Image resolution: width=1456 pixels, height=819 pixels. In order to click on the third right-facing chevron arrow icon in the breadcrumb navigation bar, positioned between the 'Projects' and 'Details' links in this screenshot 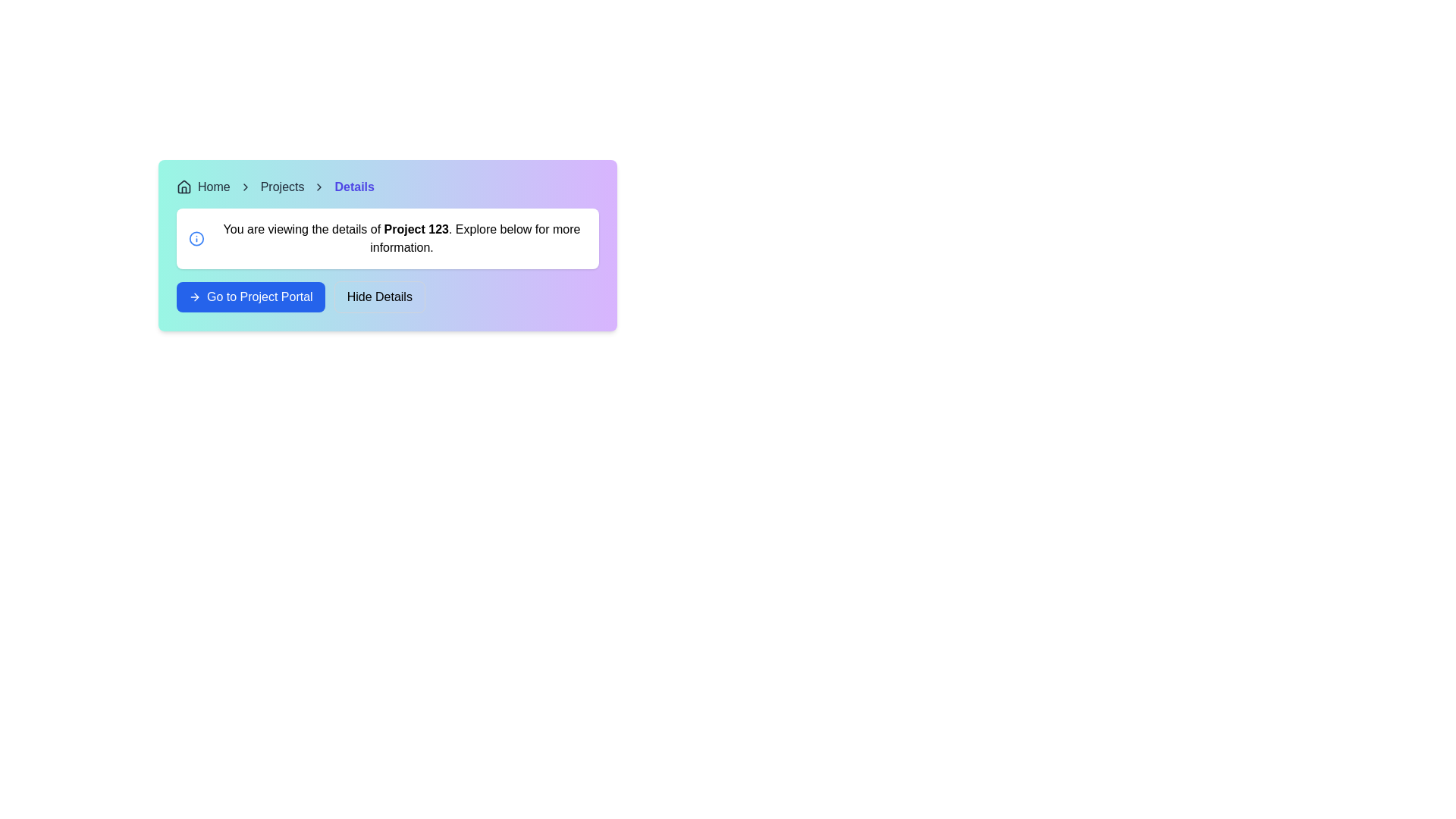, I will do `click(318, 186)`.